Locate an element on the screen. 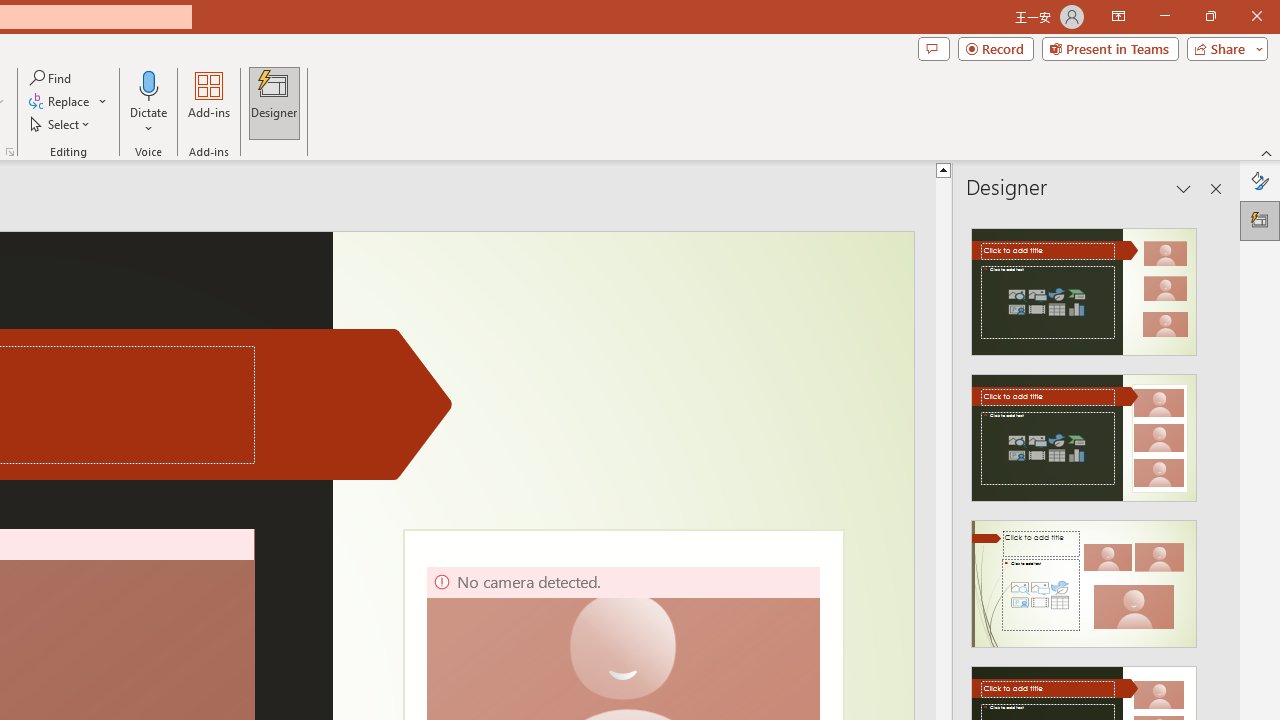  'Find...' is located at coordinates (51, 77).